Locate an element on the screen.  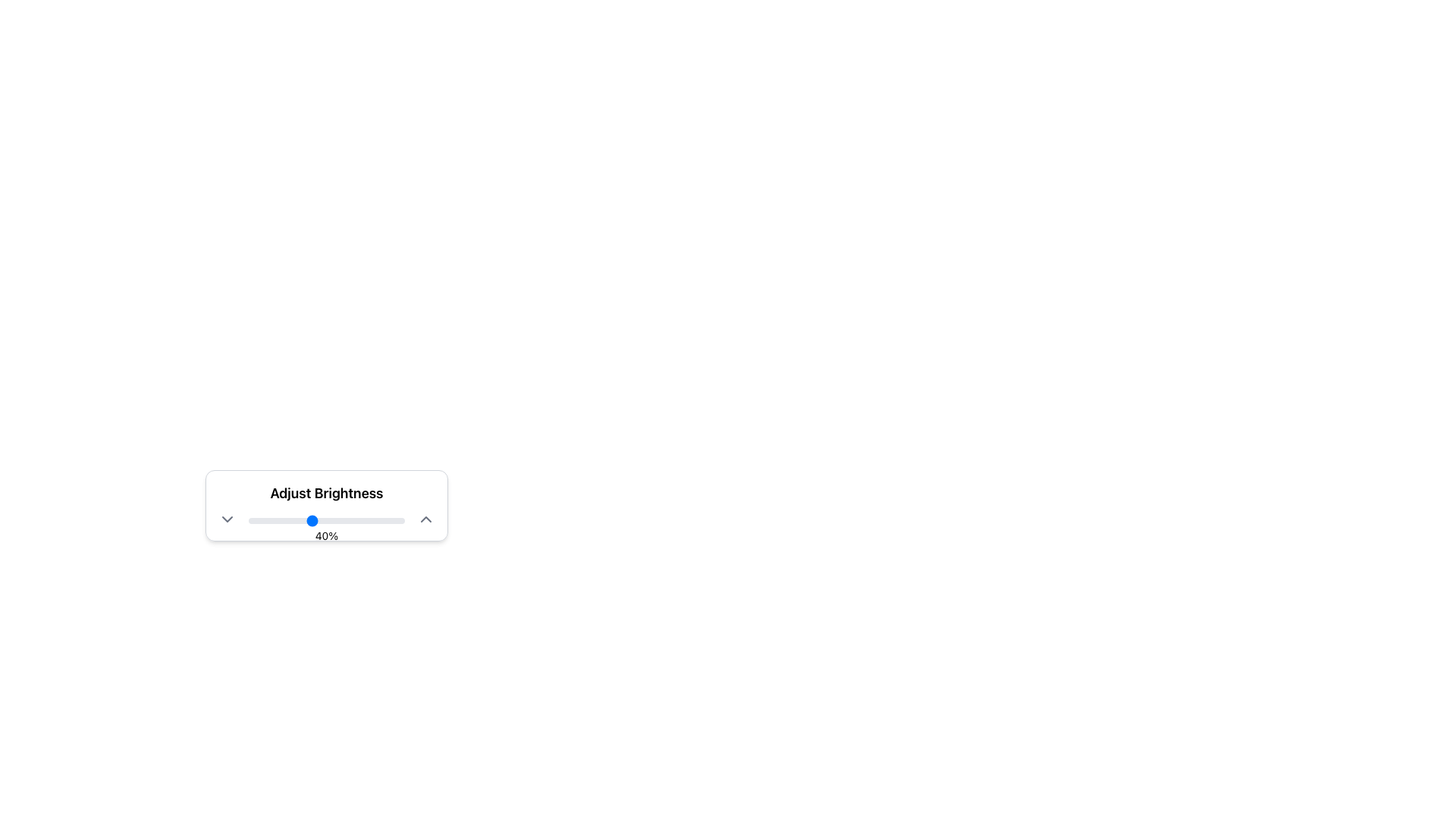
the brightness level is located at coordinates (313, 519).